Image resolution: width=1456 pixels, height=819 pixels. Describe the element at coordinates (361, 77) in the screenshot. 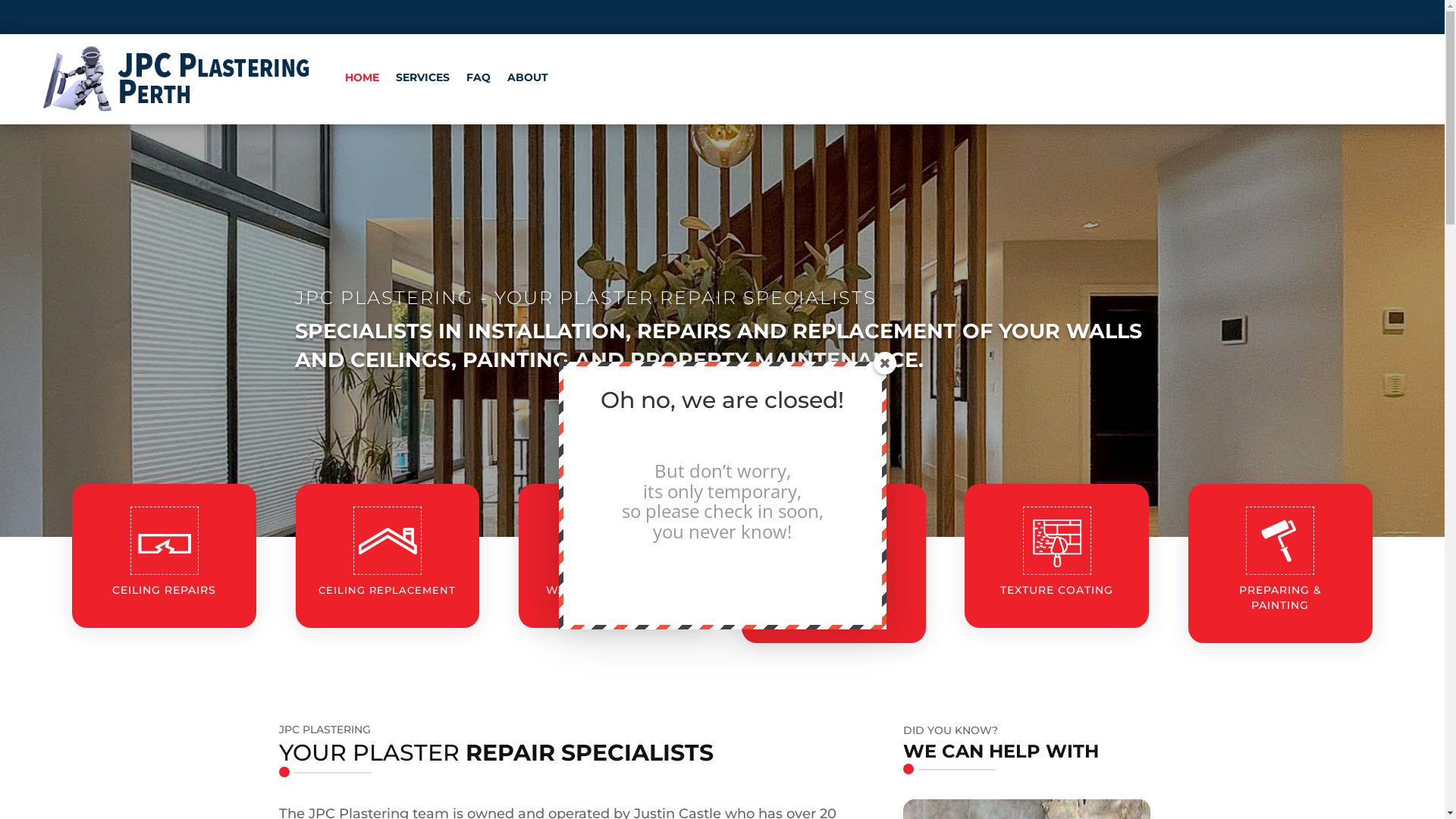

I see `'HOME'` at that location.